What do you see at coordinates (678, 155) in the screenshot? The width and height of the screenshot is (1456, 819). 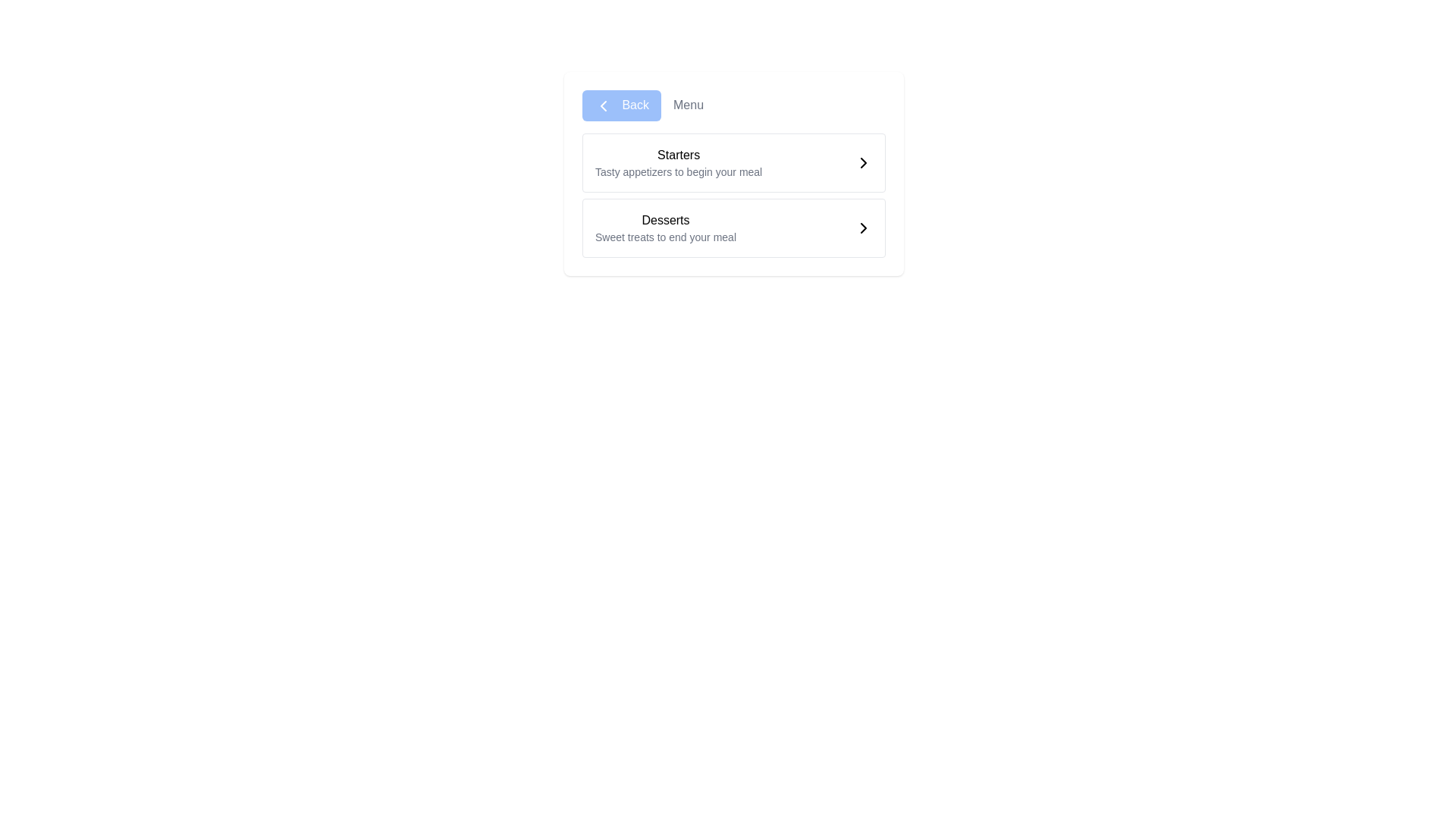 I see `the header text label that indicates the type of menu items in the section above 'Tasty appetizers to begin your meal', which is centered in the box labeled 'Starters'` at bounding box center [678, 155].